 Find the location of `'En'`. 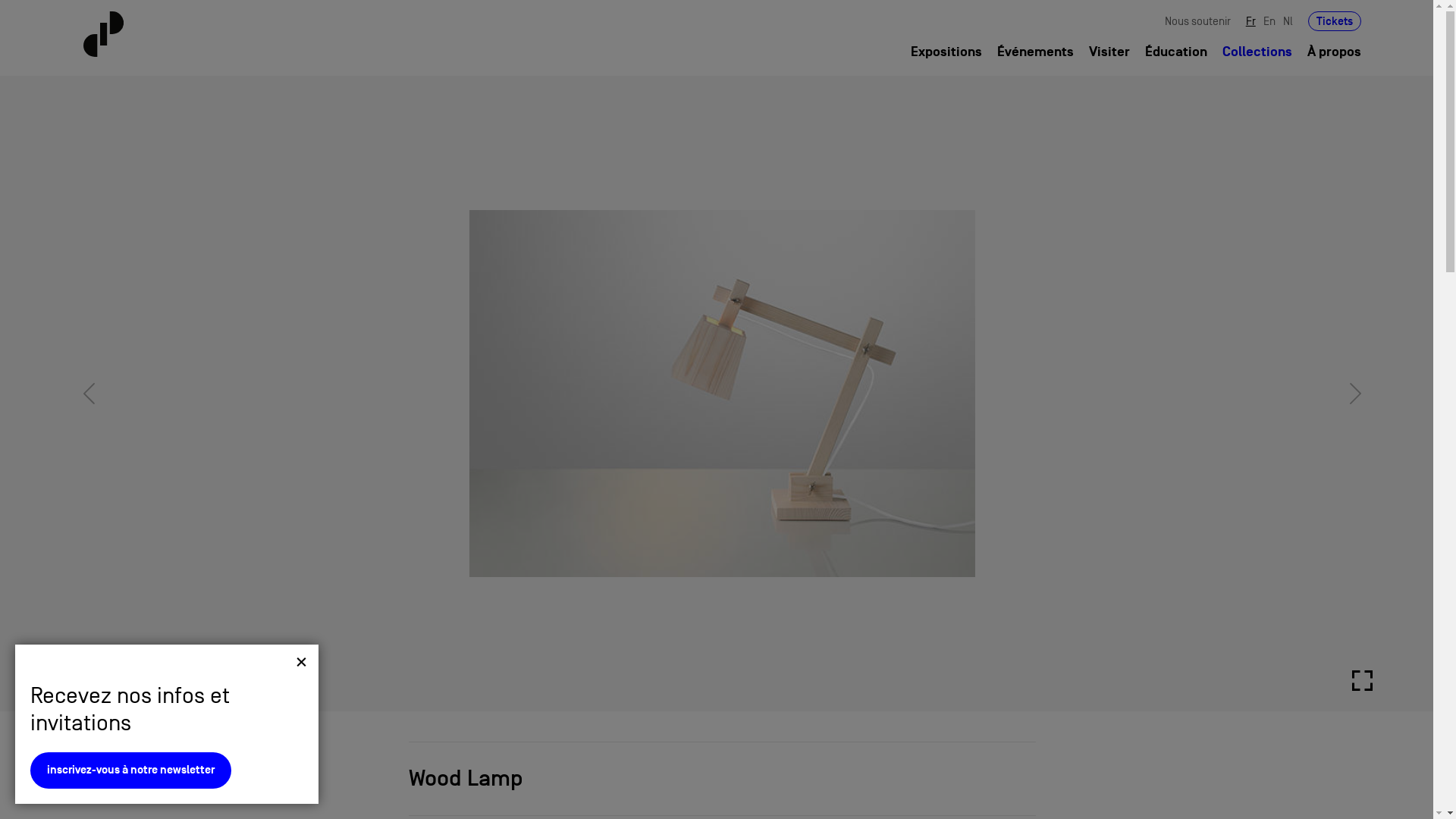

'En' is located at coordinates (1269, 20).